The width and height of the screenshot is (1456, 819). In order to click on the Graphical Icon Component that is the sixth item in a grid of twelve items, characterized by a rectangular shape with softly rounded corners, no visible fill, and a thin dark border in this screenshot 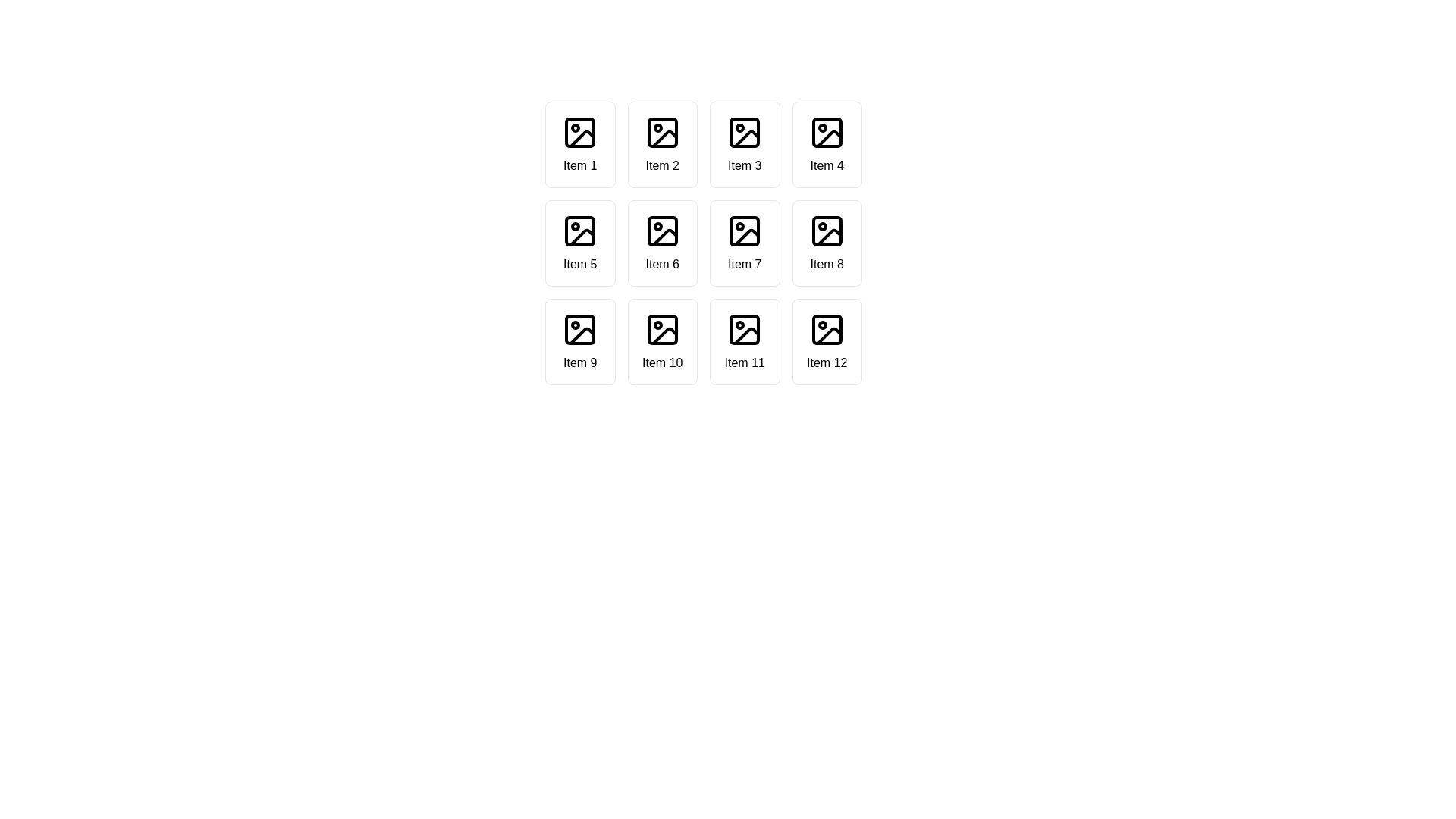, I will do `click(662, 231)`.